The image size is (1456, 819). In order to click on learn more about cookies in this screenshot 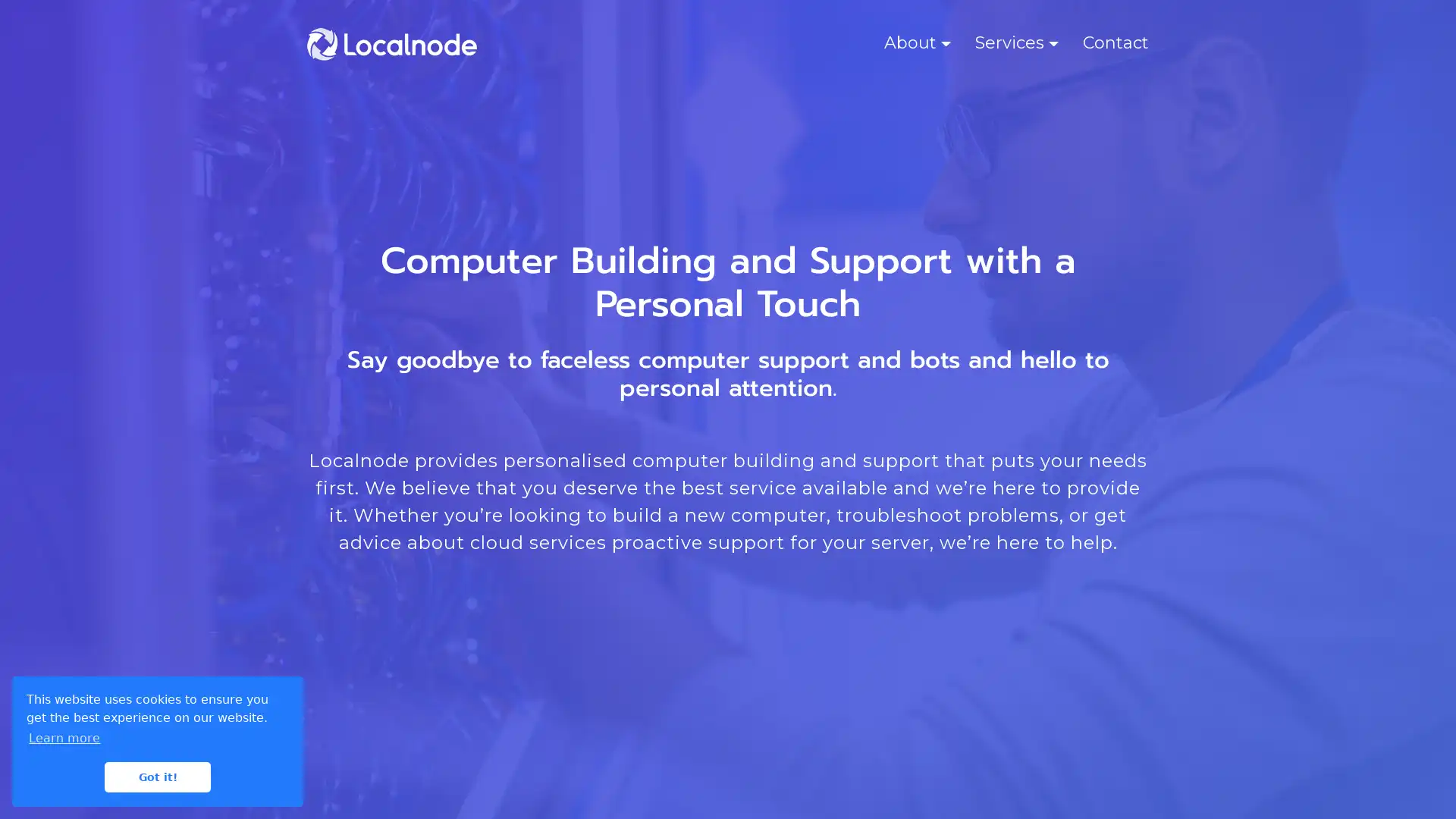, I will do `click(64, 737)`.